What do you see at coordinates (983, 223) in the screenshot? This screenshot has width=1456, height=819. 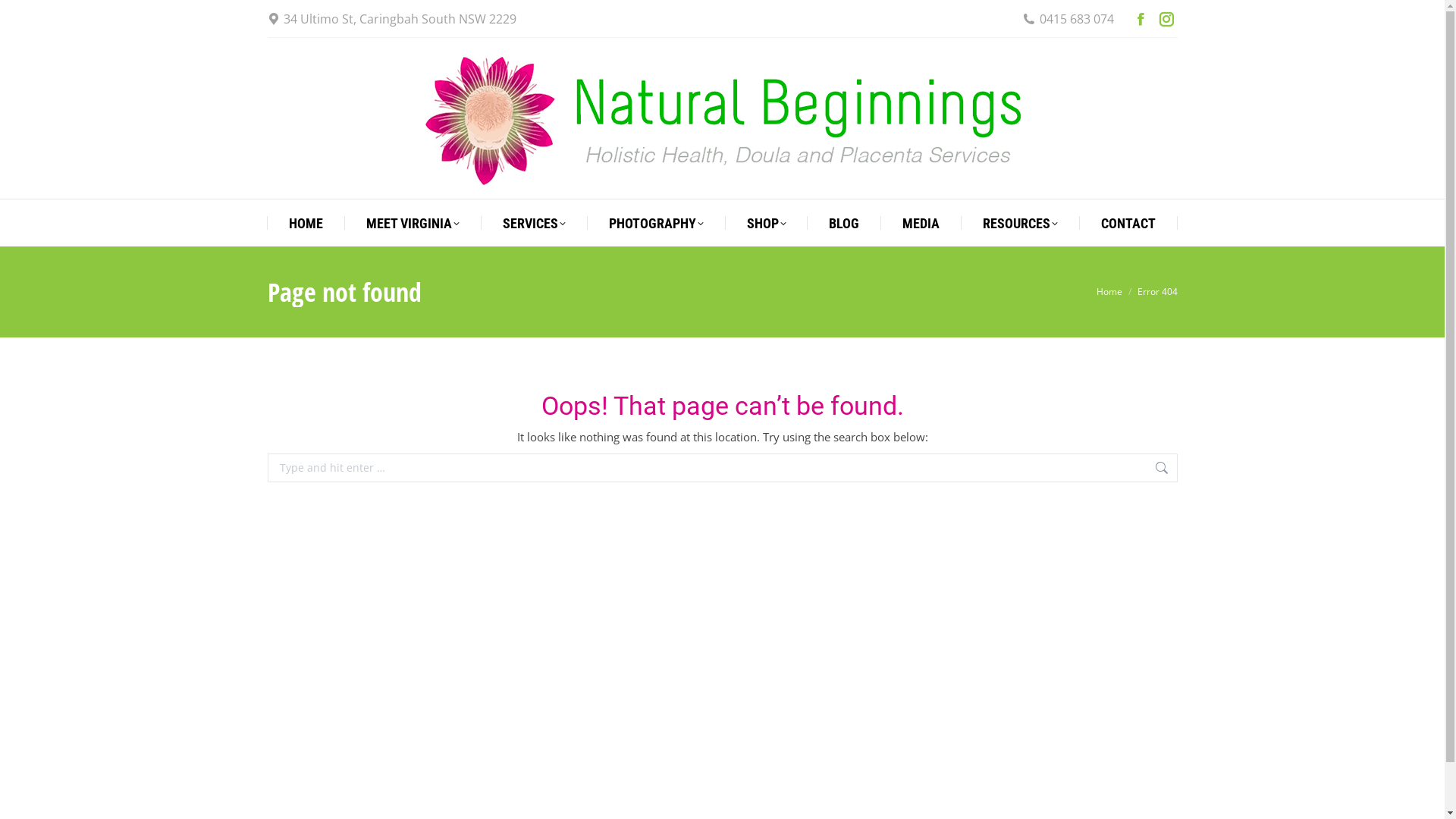 I see `'RESOURCES'` at bounding box center [983, 223].